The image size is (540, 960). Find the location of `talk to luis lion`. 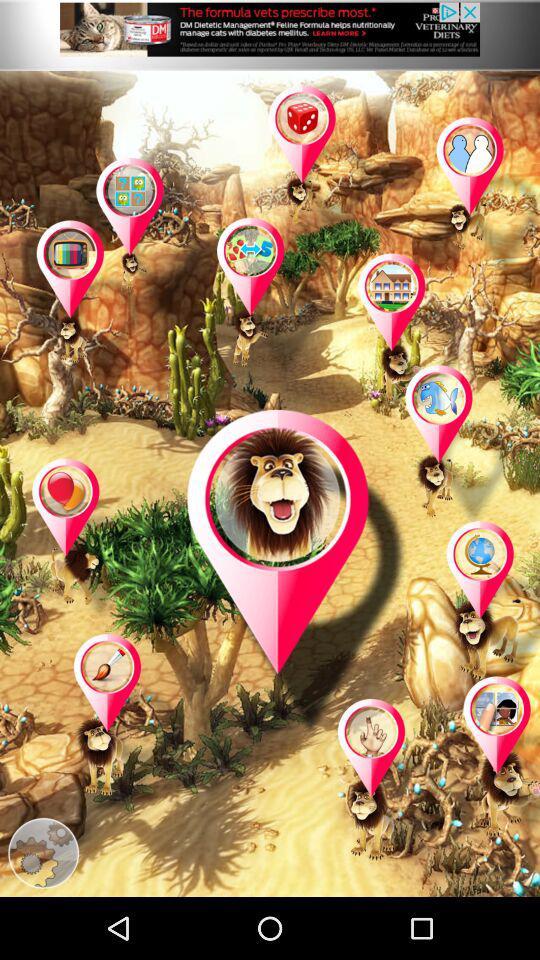

talk to luis lion is located at coordinates (296, 573).